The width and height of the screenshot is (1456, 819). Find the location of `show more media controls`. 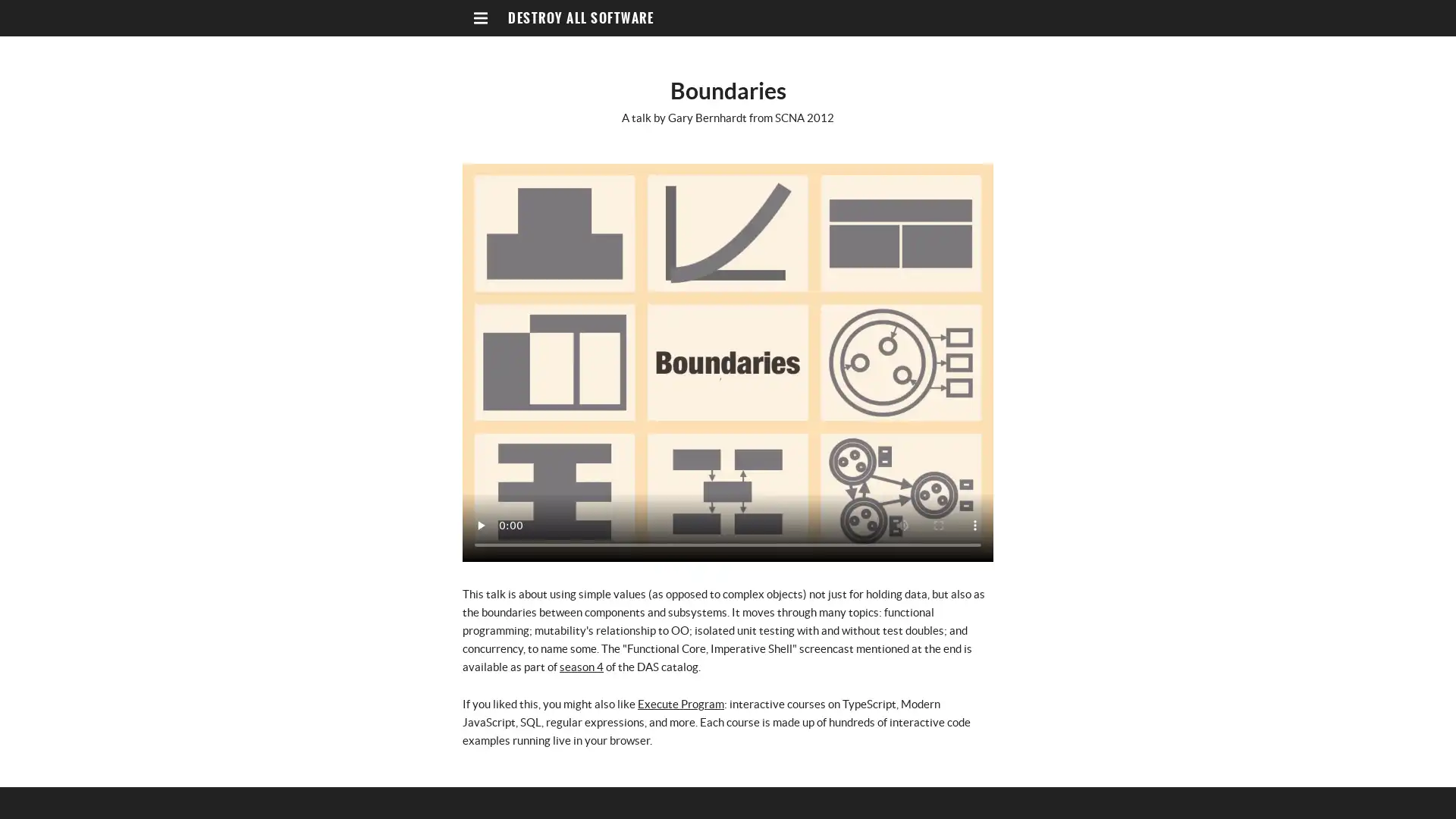

show more media controls is located at coordinates (975, 525).